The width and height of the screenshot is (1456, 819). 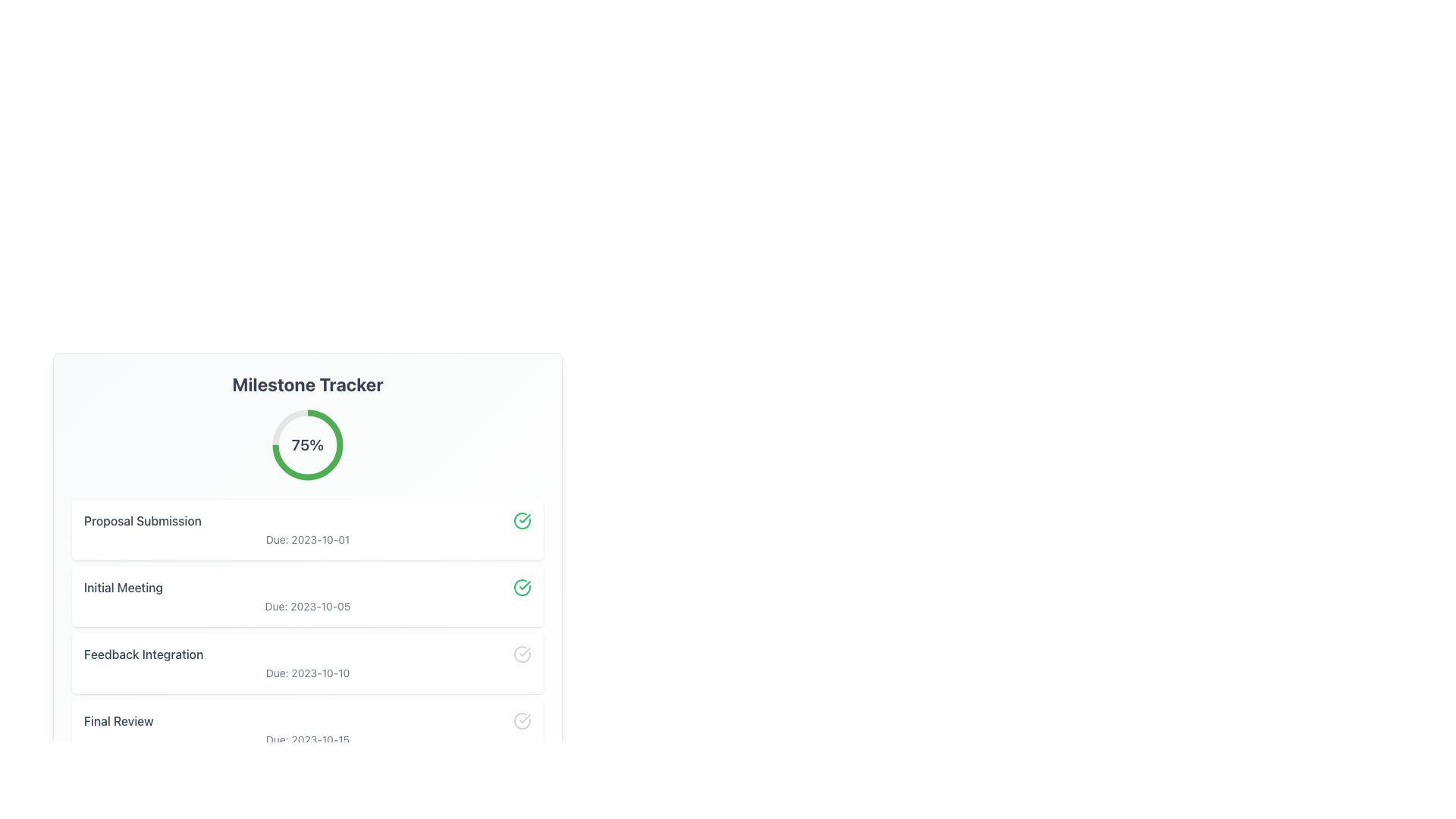 I want to click on the checkmark icon indicating that the 'Initial Meeting' milestone has been completed, which is located in the second position of the milestones list, so click(x=525, y=517).